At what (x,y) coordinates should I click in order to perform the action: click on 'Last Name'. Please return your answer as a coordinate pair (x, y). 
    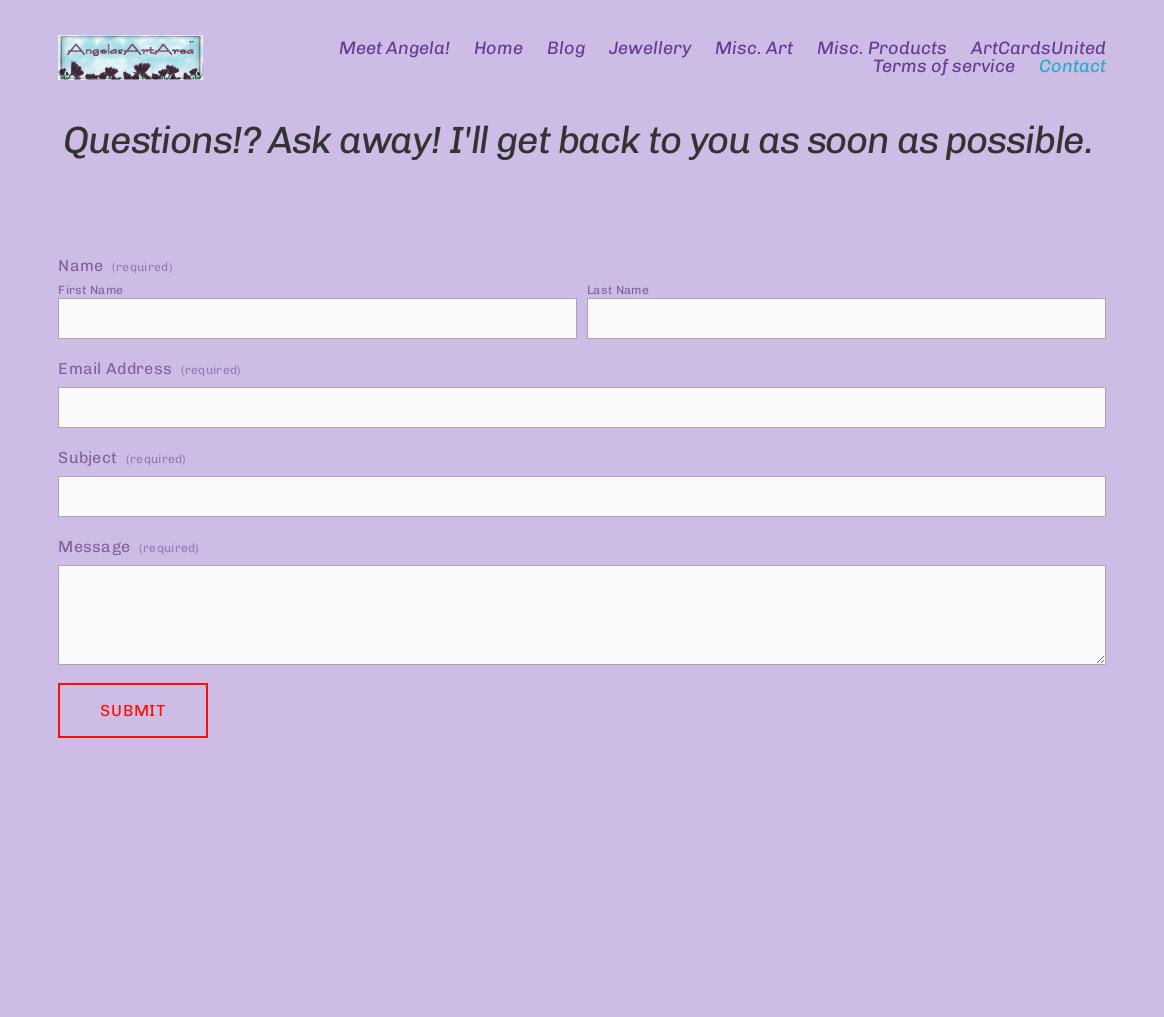
    Looking at the image, I should click on (617, 289).